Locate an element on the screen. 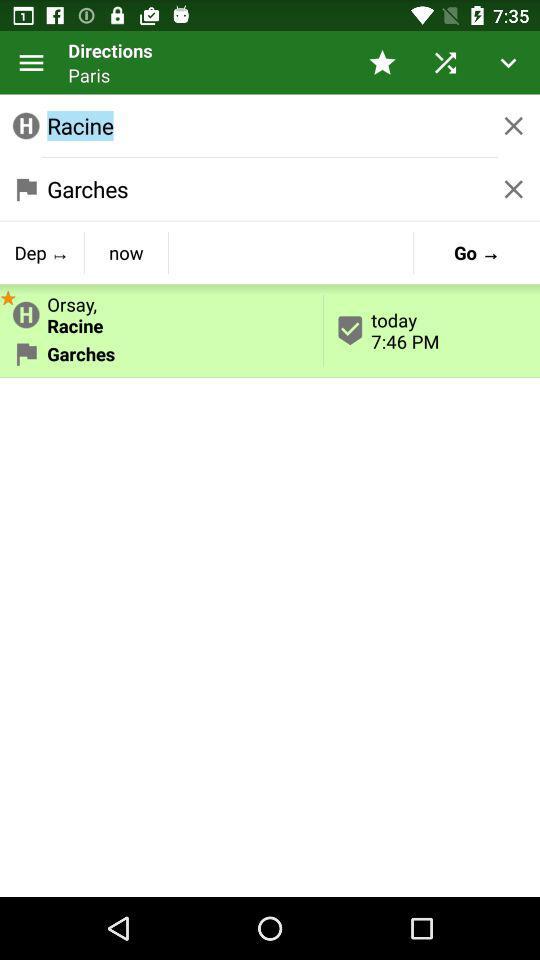 The image size is (540, 960). item below garches icon is located at coordinates (42, 251).